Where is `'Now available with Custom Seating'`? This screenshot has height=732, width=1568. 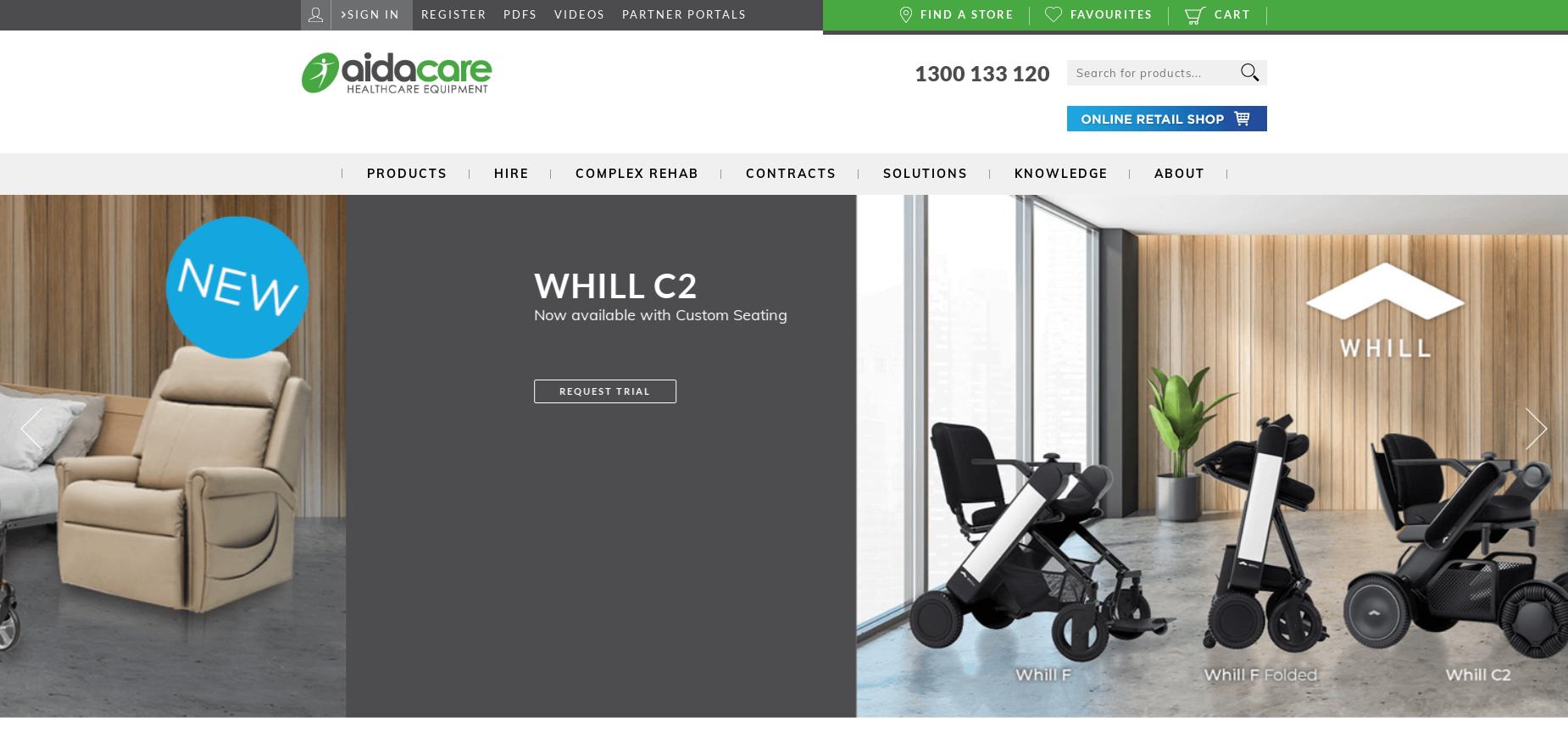 'Now available with Custom Seating' is located at coordinates (314, 313).